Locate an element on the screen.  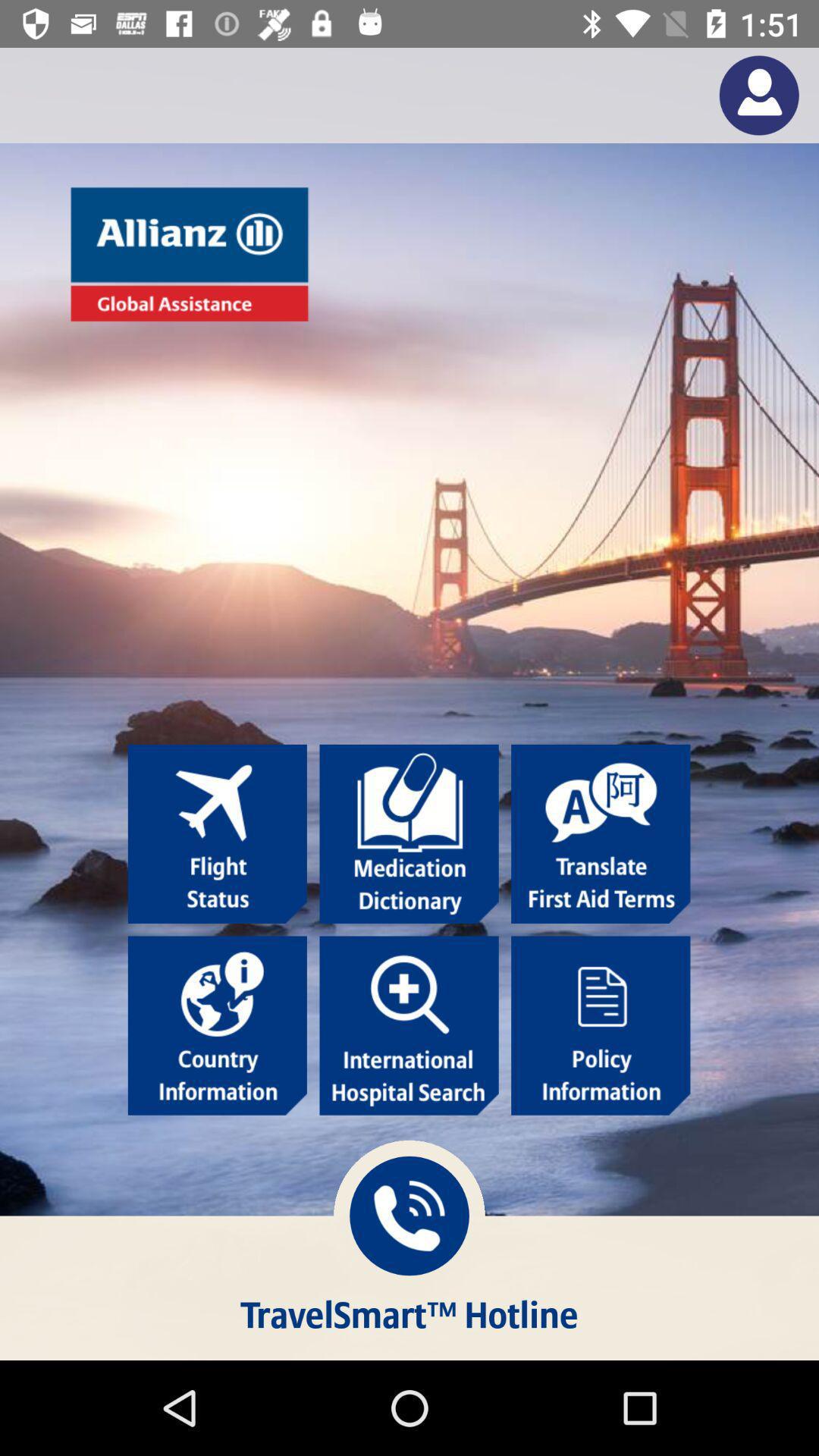
flight status is located at coordinates (217, 833).